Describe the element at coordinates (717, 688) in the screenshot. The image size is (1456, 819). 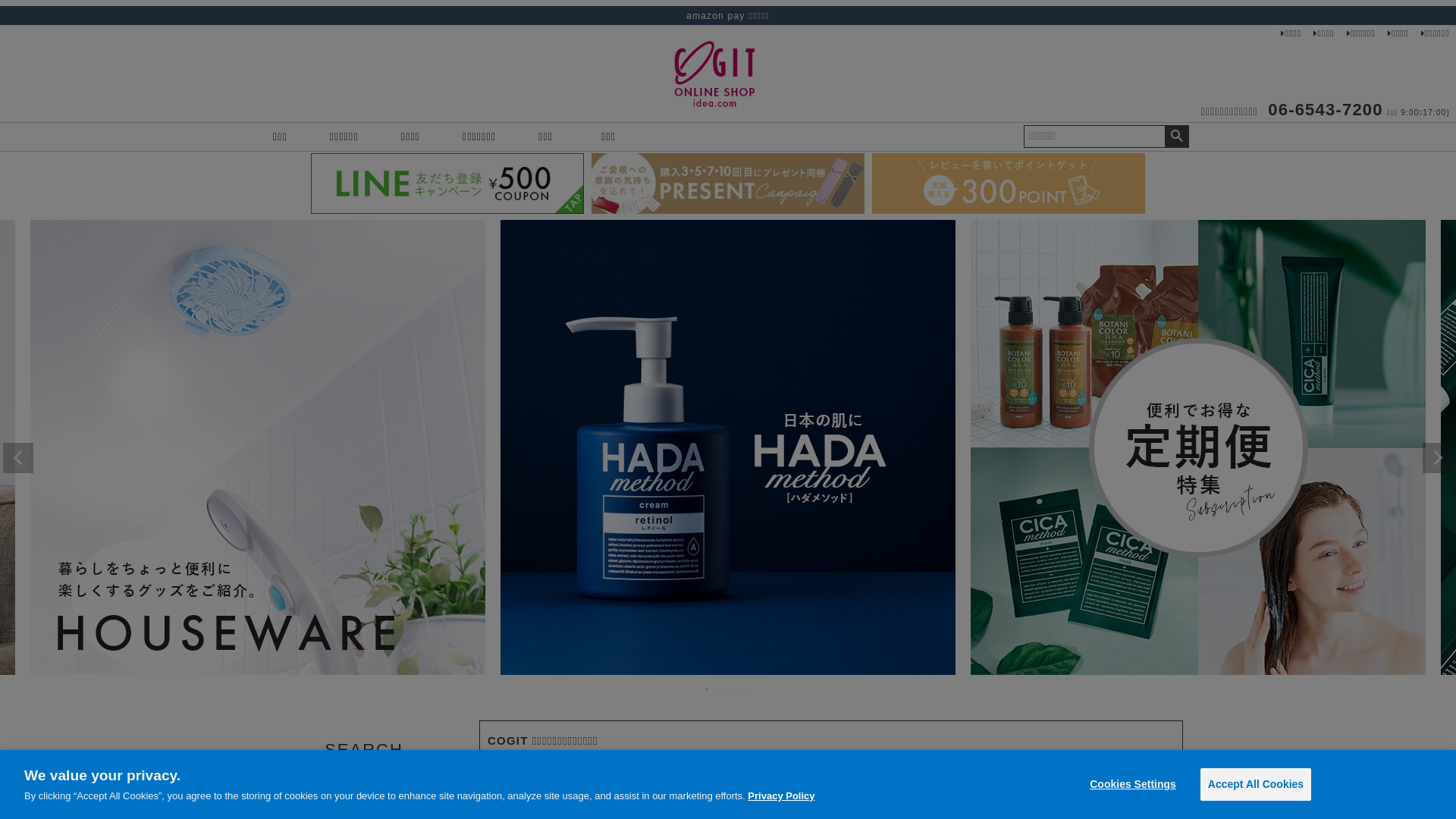
I see `'2'` at that location.